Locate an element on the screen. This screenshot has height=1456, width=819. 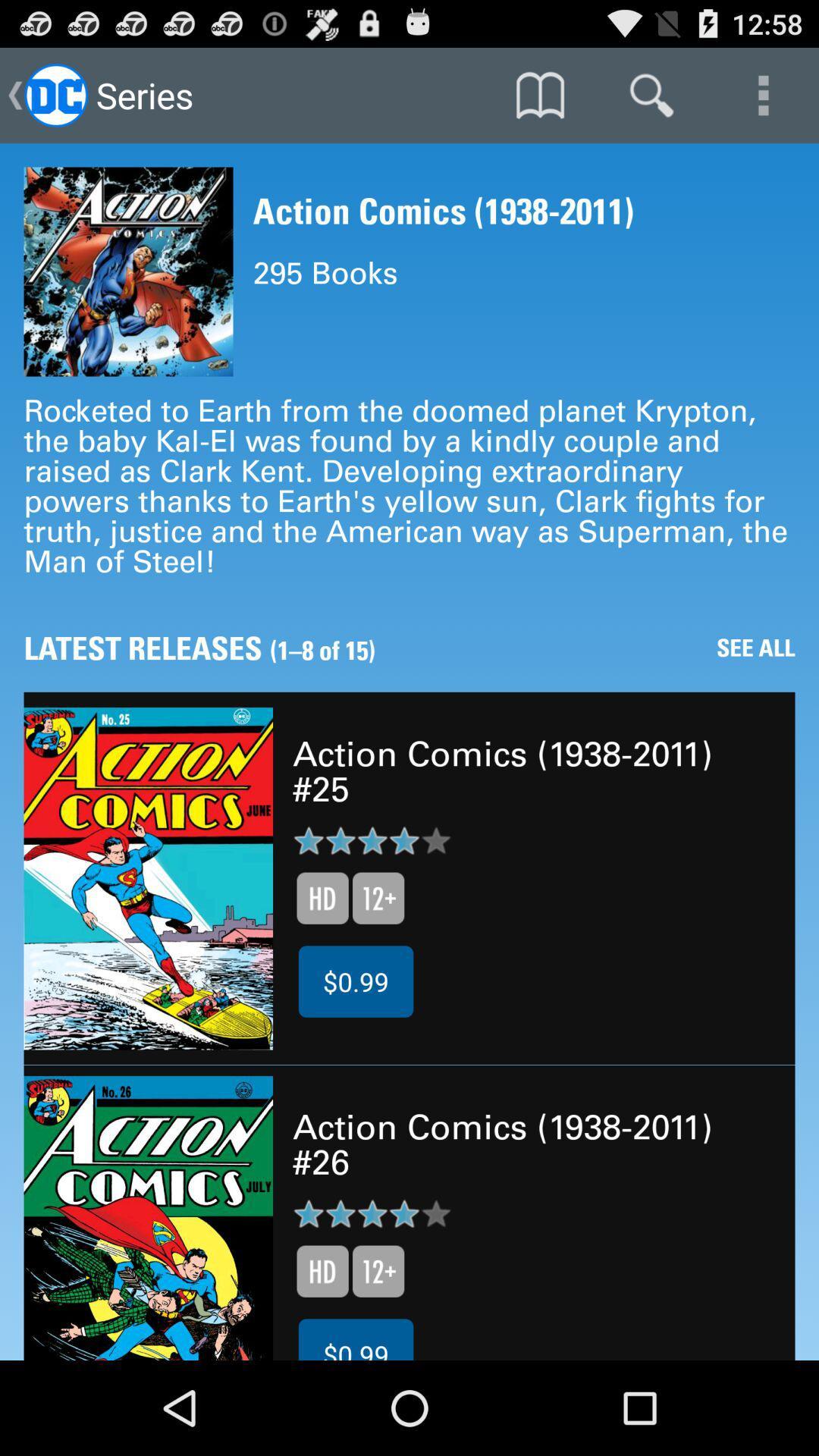
the three dots button on the top right corner of the web page is located at coordinates (763, 94).